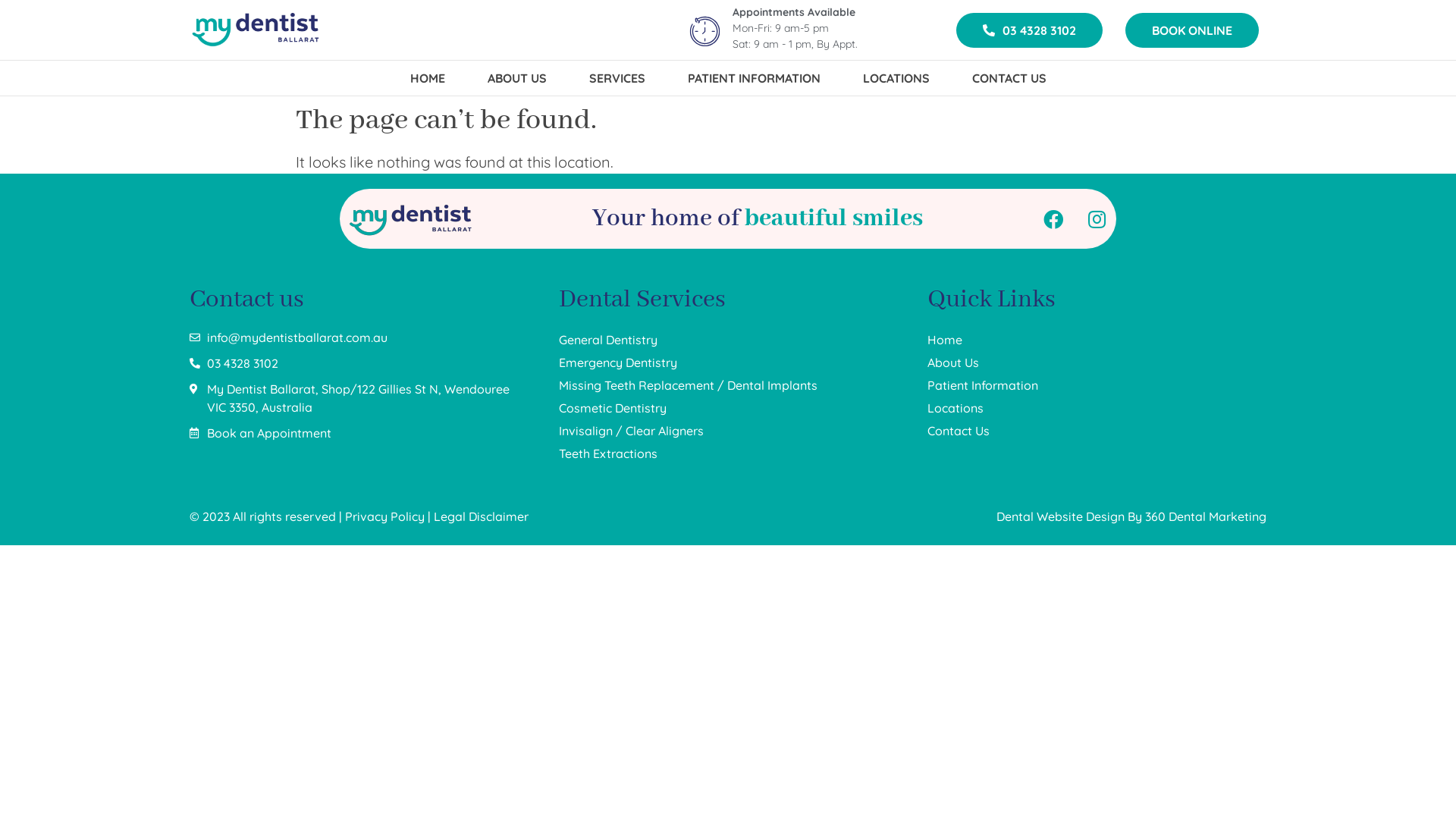  I want to click on 'LOCATIONS', so click(896, 78).